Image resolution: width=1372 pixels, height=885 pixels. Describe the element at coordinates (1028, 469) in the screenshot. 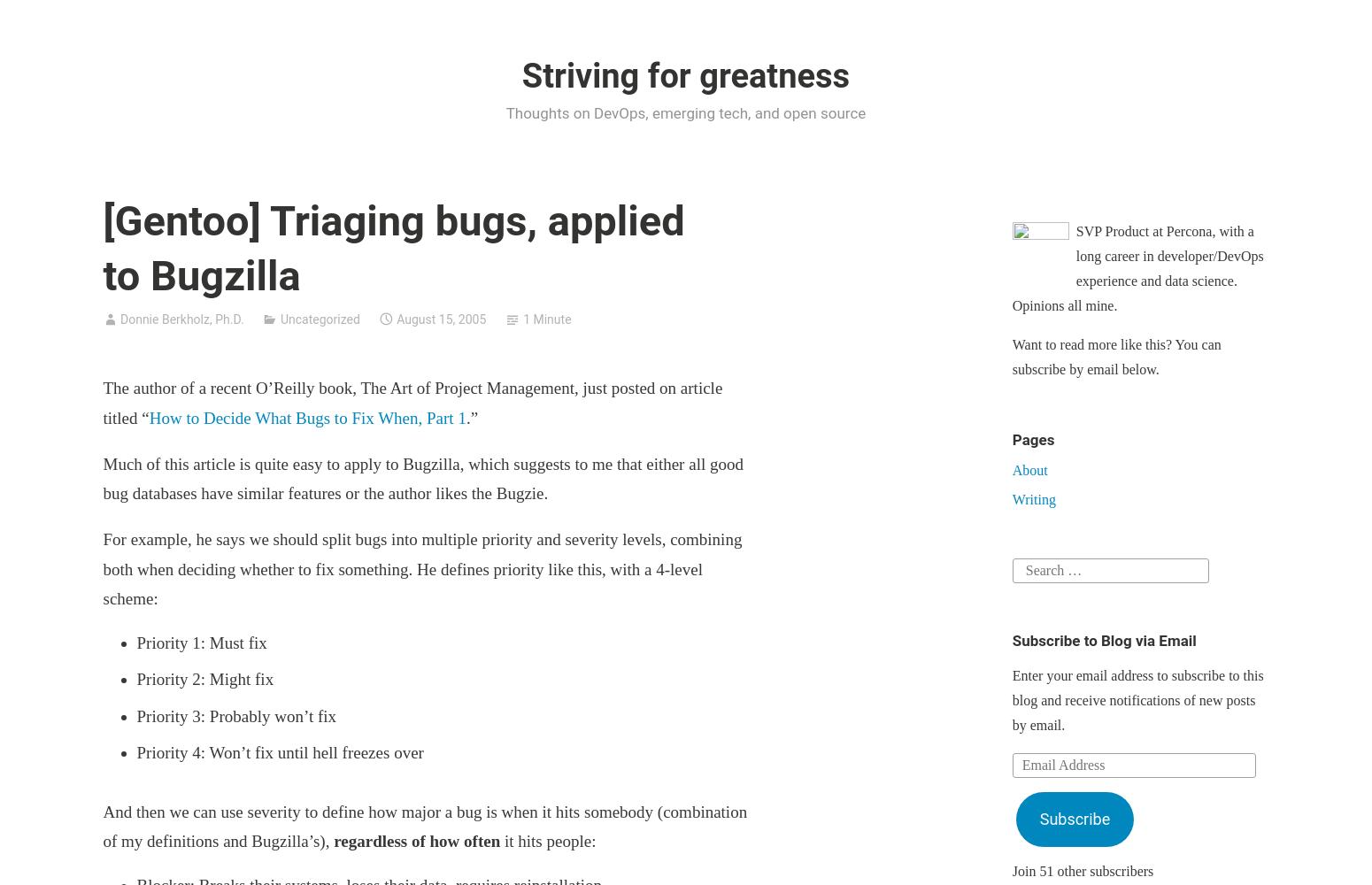

I see `'About'` at that location.